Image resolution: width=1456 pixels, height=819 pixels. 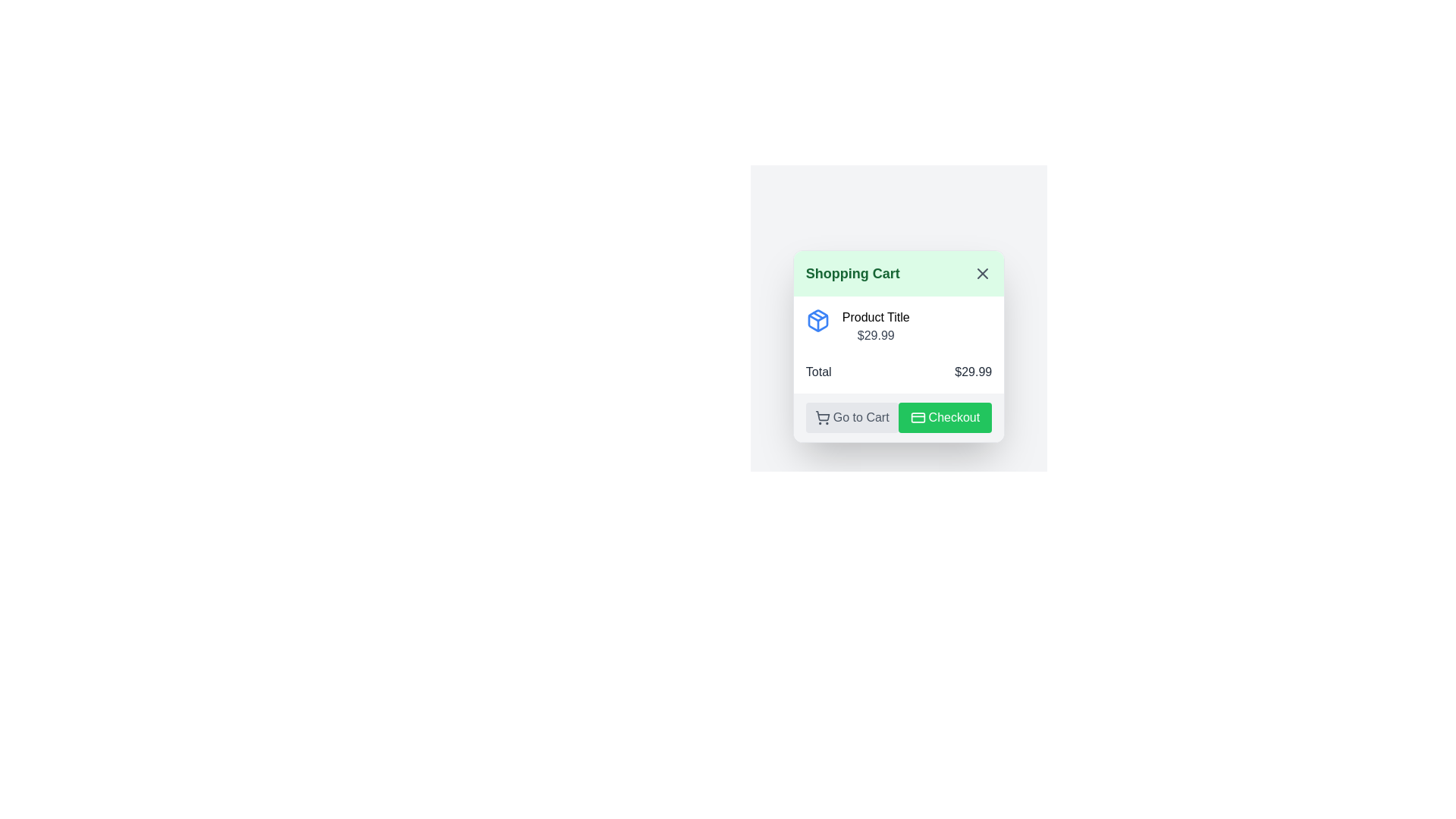 What do you see at coordinates (917, 418) in the screenshot?
I see `the main body of the credit card icon located near the 'Checkout' button in the bottom-right corner of the shopping cart pop-up` at bounding box center [917, 418].